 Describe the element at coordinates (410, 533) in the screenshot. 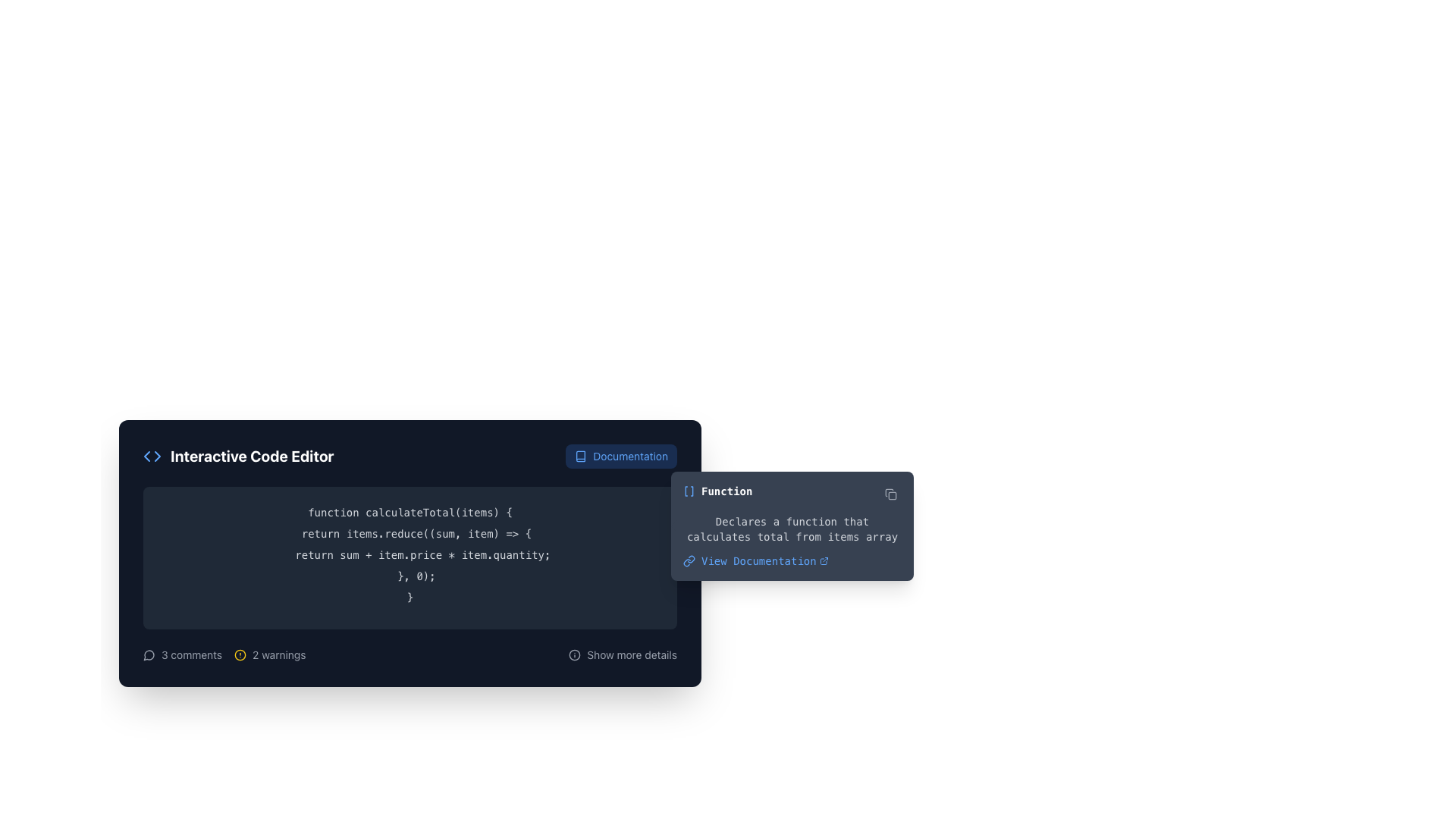

I see `the code snippet` at that location.